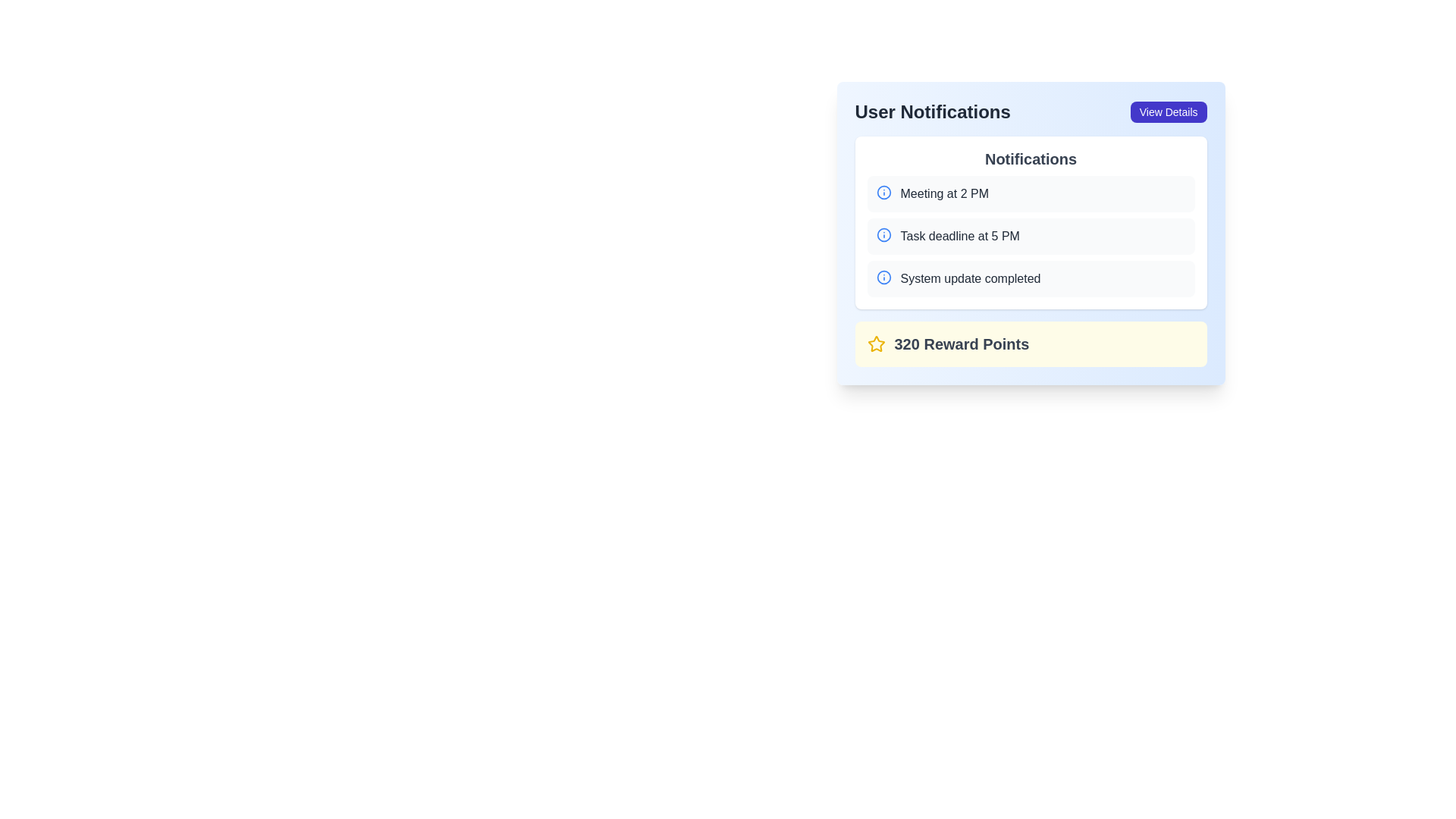  What do you see at coordinates (1031, 193) in the screenshot?
I see `the notification entry that informs the user of a scheduled meeting, which is the first item in the notifications list below the title 'Notifications'` at bounding box center [1031, 193].